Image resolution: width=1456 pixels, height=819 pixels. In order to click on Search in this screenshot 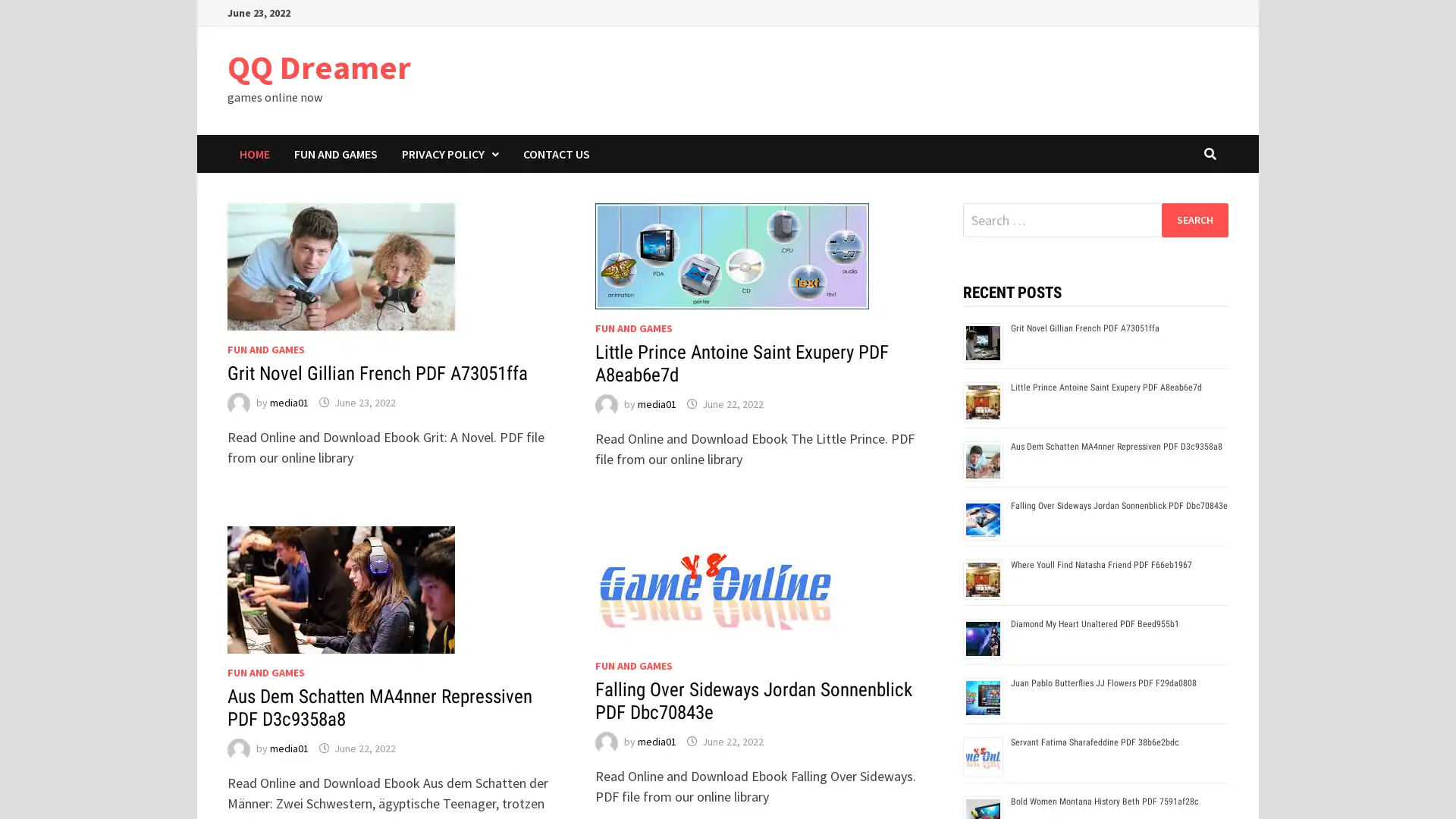, I will do `click(1194, 219)`.